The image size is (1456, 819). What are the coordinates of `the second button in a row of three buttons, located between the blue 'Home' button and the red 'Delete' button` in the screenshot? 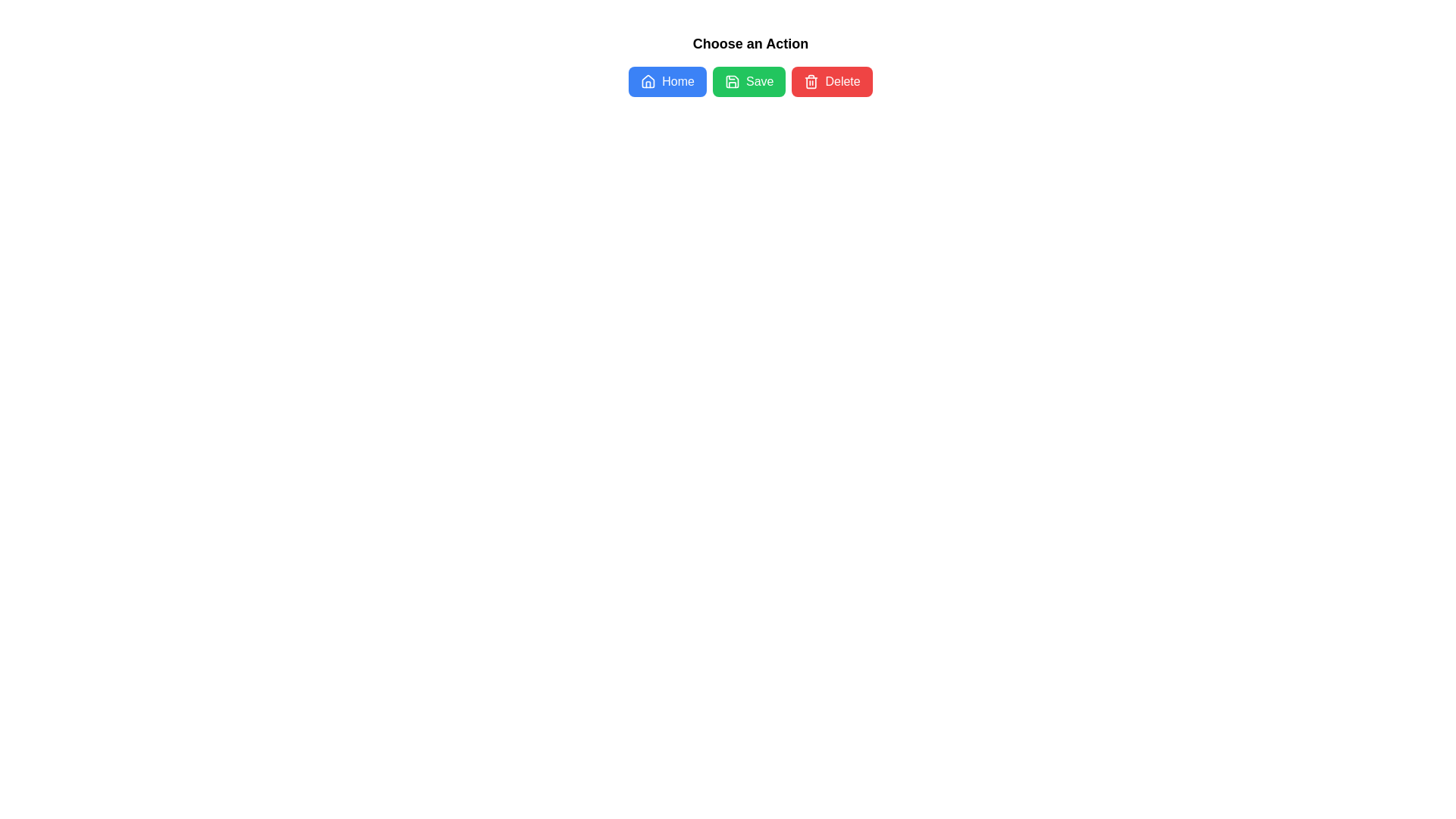 It's located at (749, 82).